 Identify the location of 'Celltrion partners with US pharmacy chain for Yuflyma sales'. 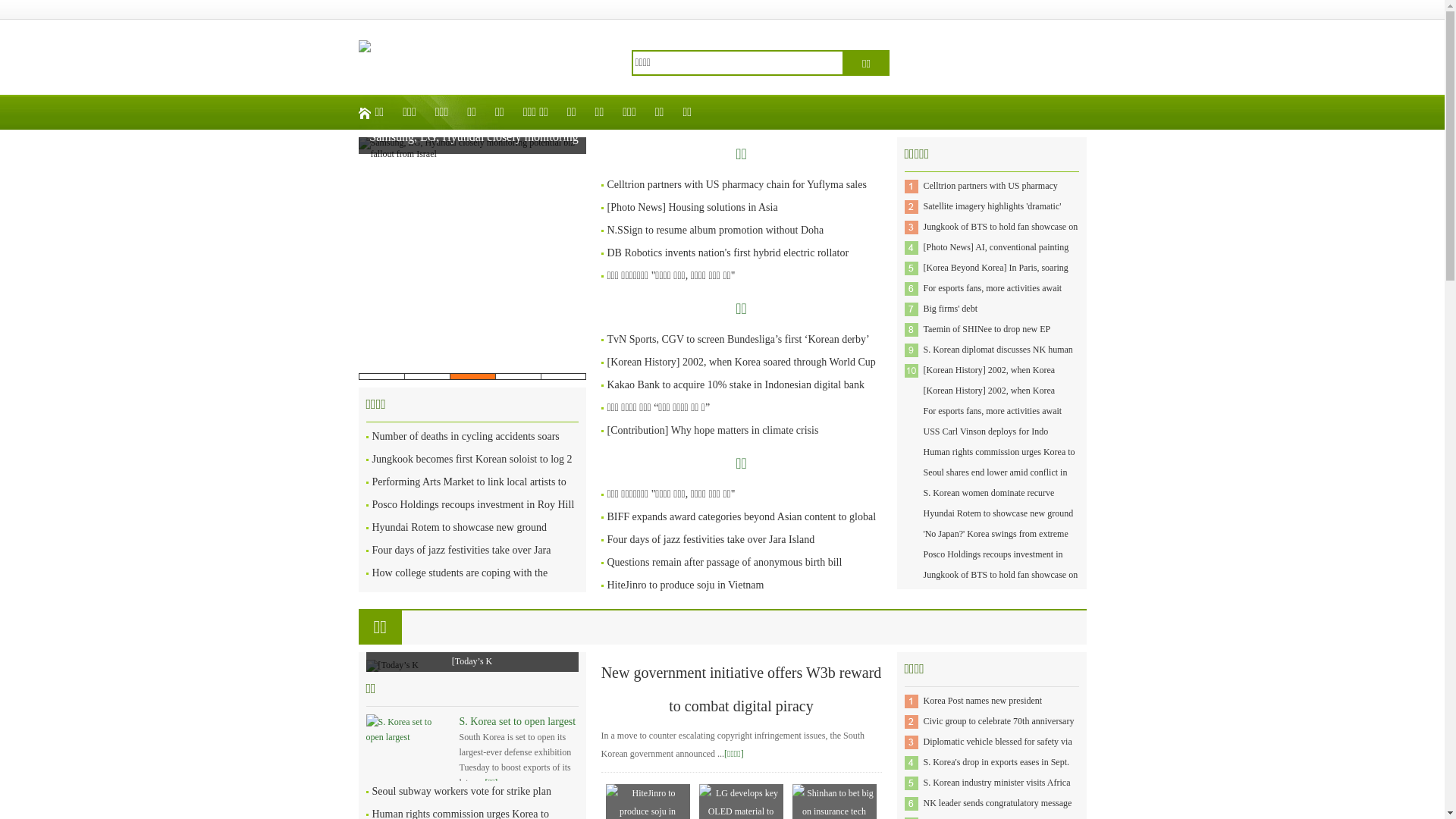
(736, 184).